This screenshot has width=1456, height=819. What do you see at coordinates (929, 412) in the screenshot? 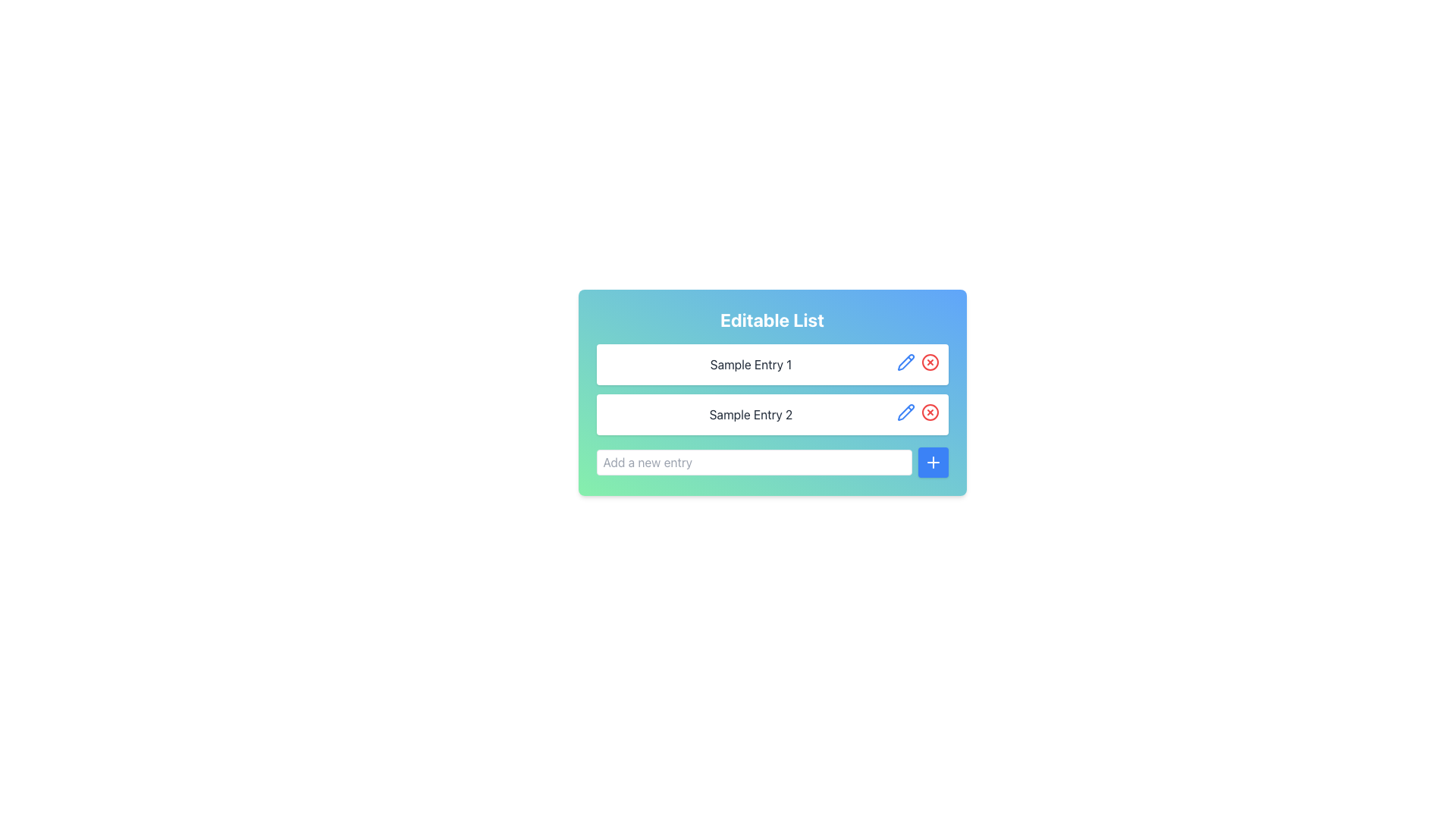
I see `the delete button located as the second icon in the row of controls adjacent to the 'Sample Entry 2' input field` at bounding box center [929, 412].